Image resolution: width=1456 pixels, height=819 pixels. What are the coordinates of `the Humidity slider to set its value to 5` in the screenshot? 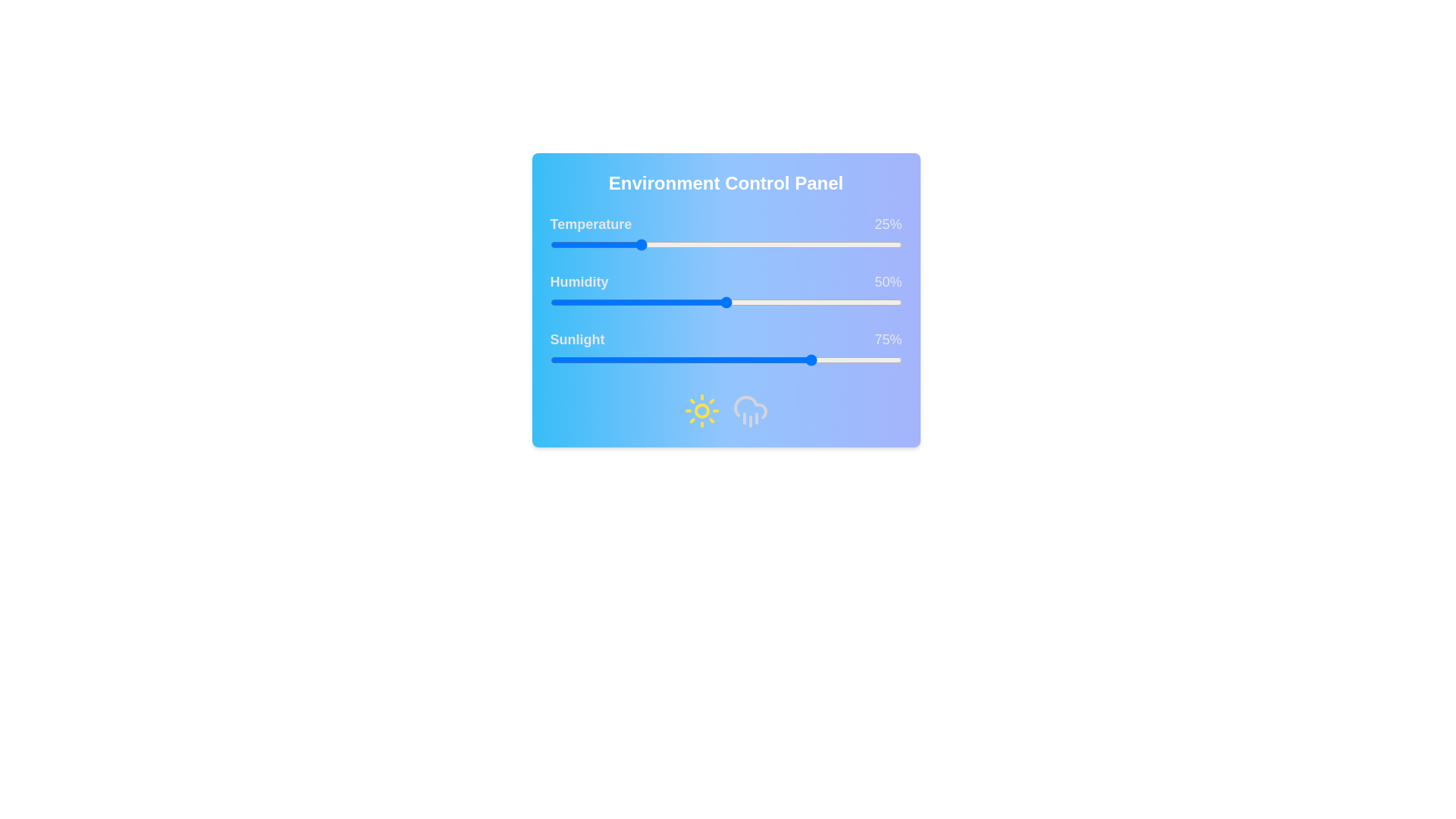 It's located at (566, 302).